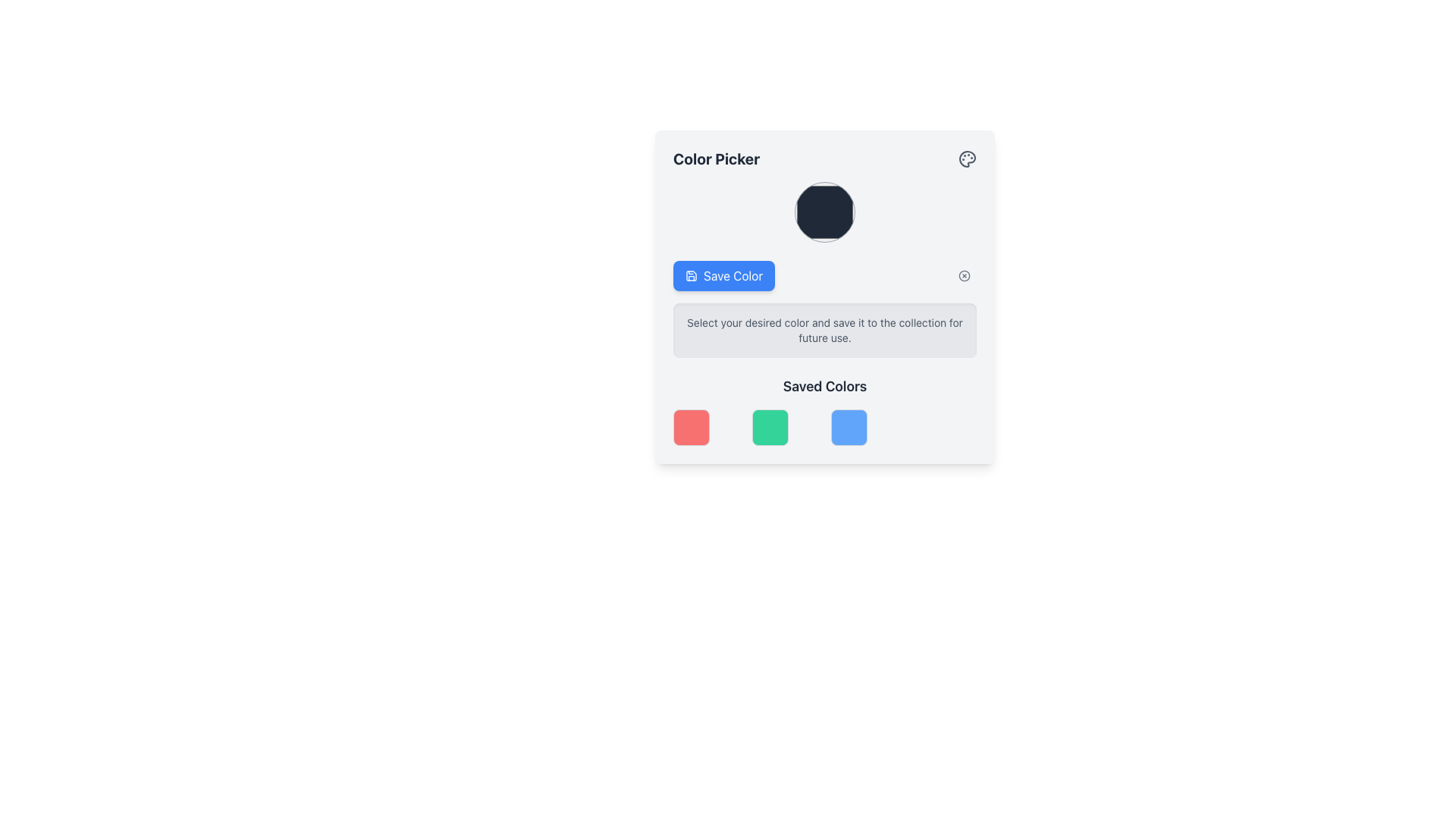 The height and width of the screenshot is (819, 1456). What do you see at coordinates (964, 275) in the screenshot?
I see `the close button located on the upper-right side of the 'Color Picker' section to potentially reveal interaction effects` at bounding box center [964, 275].